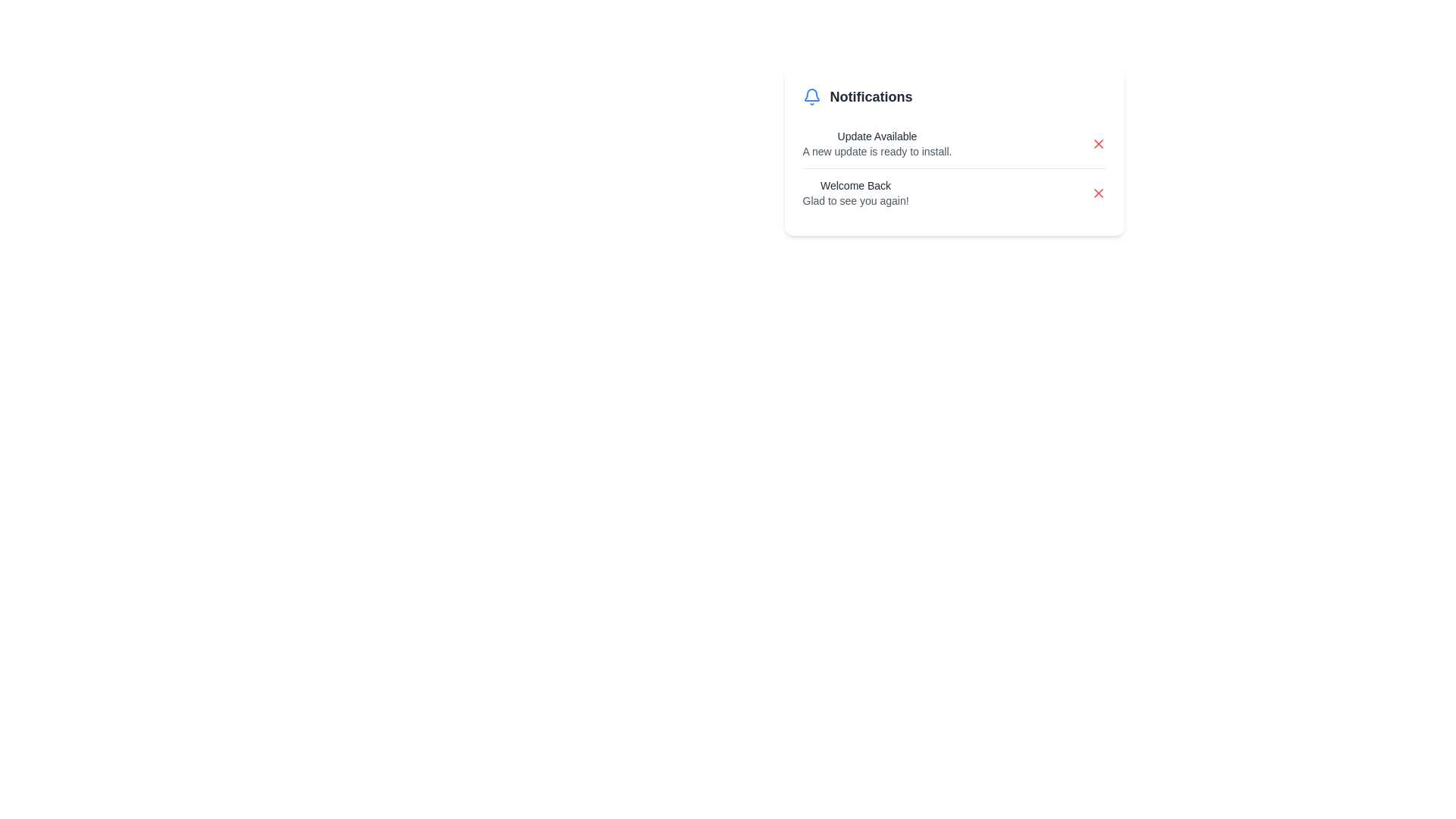 This screenshot has width=1456, height=819. Describe the element at coordinates (871, 96) in the screenshot. I see `the prominently styled text reading 'Notifications', which is bold and dark gray, located in the right-middle area of the notification card` at that location.